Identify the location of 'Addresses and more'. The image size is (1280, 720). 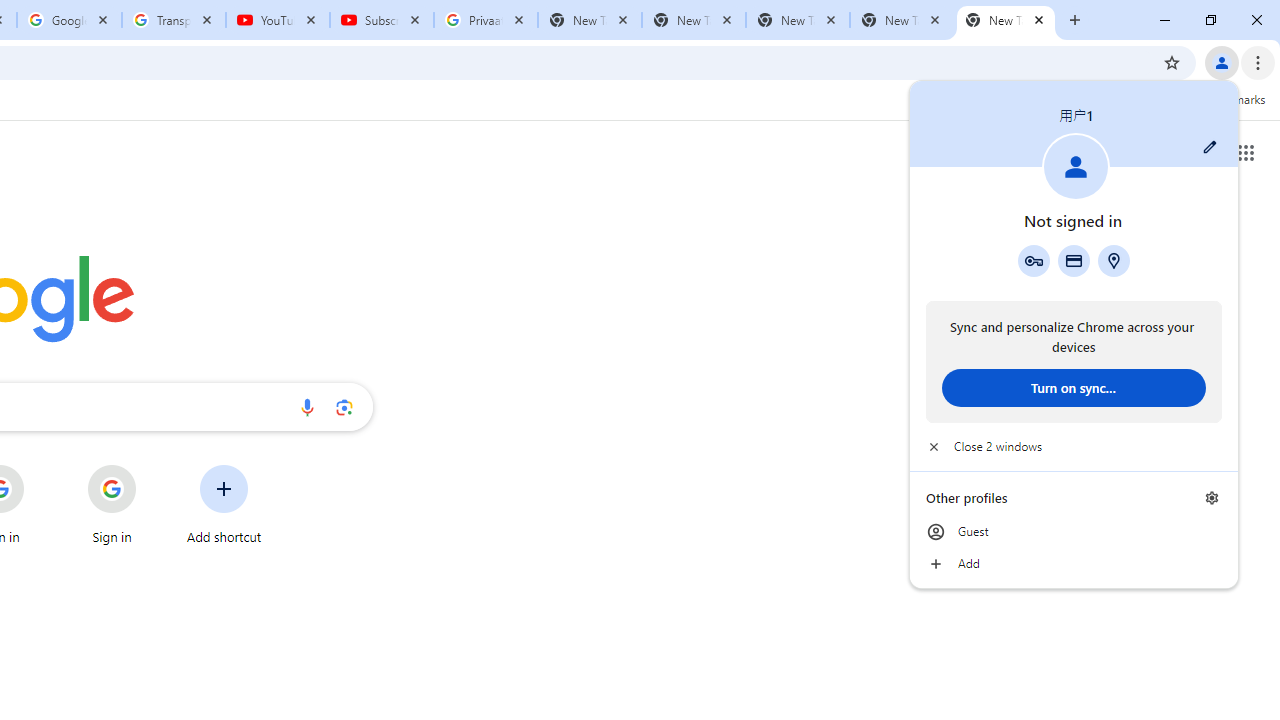
(1113, 260).